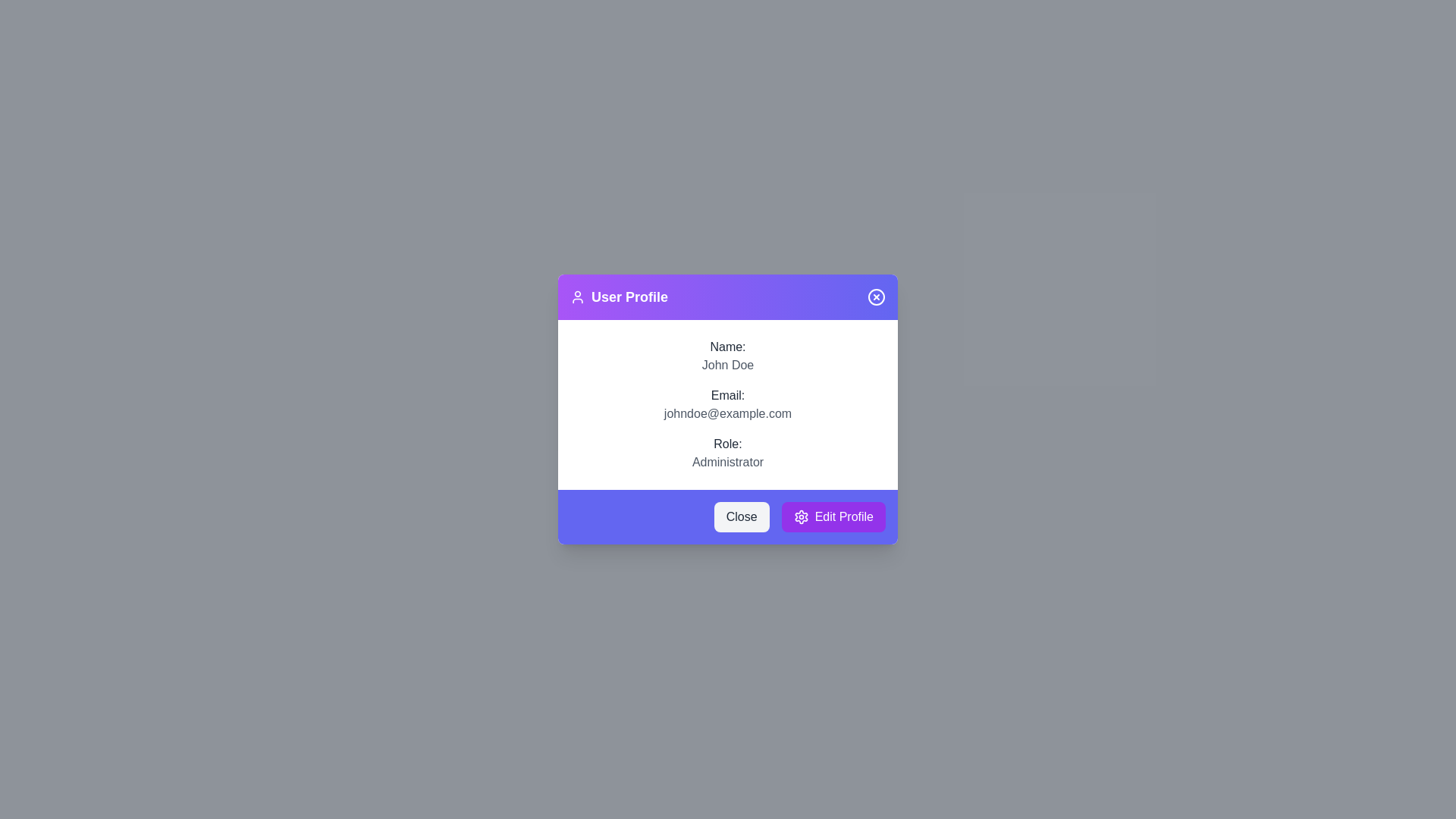  What do you see at coordinates (800, 516) in the screenshot?
I see `the settings icon located to the left of the 'Edit Profile' button` at bounding box center [800, 516].